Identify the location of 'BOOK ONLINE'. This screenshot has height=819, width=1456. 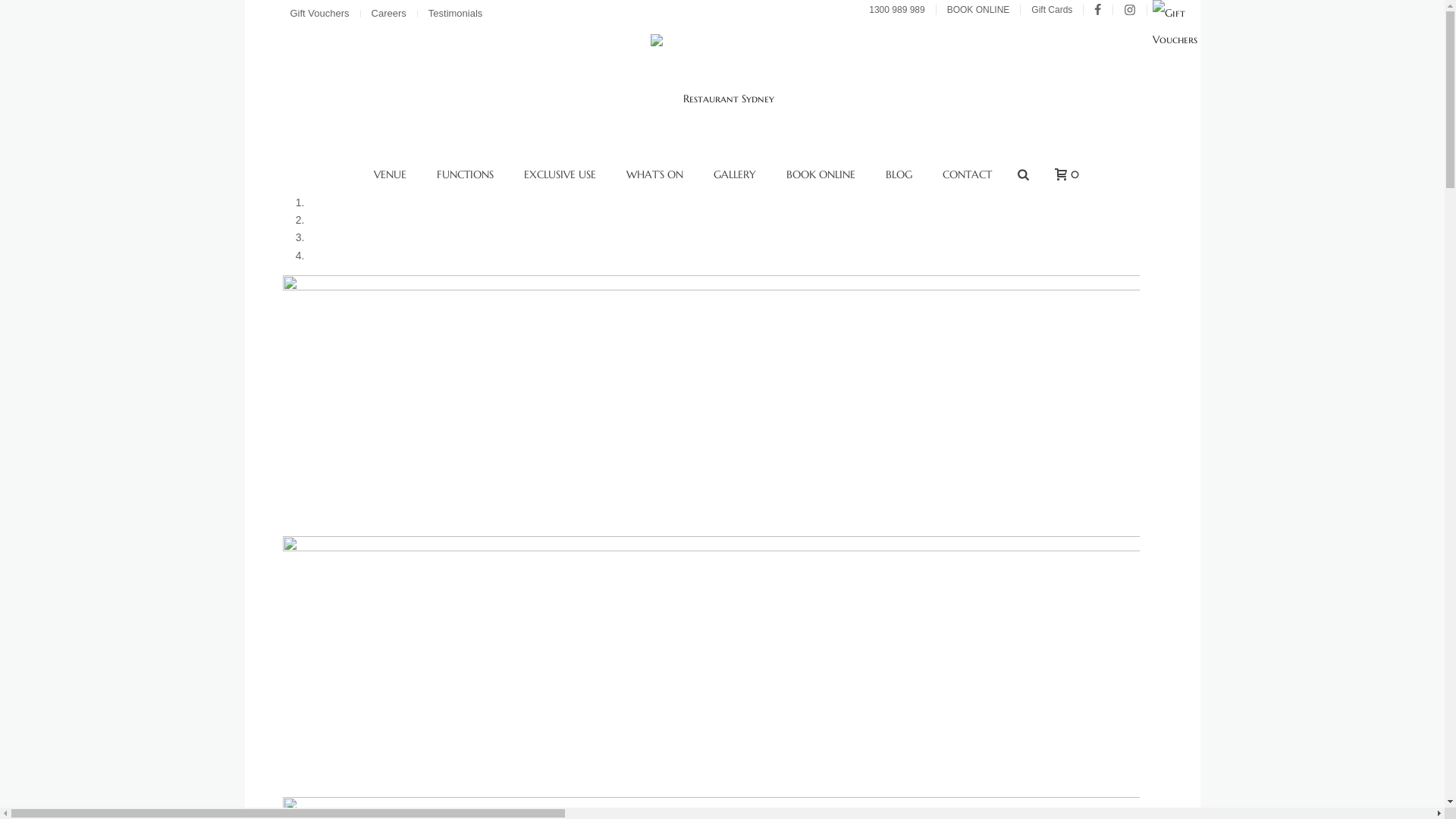
(771, 174).